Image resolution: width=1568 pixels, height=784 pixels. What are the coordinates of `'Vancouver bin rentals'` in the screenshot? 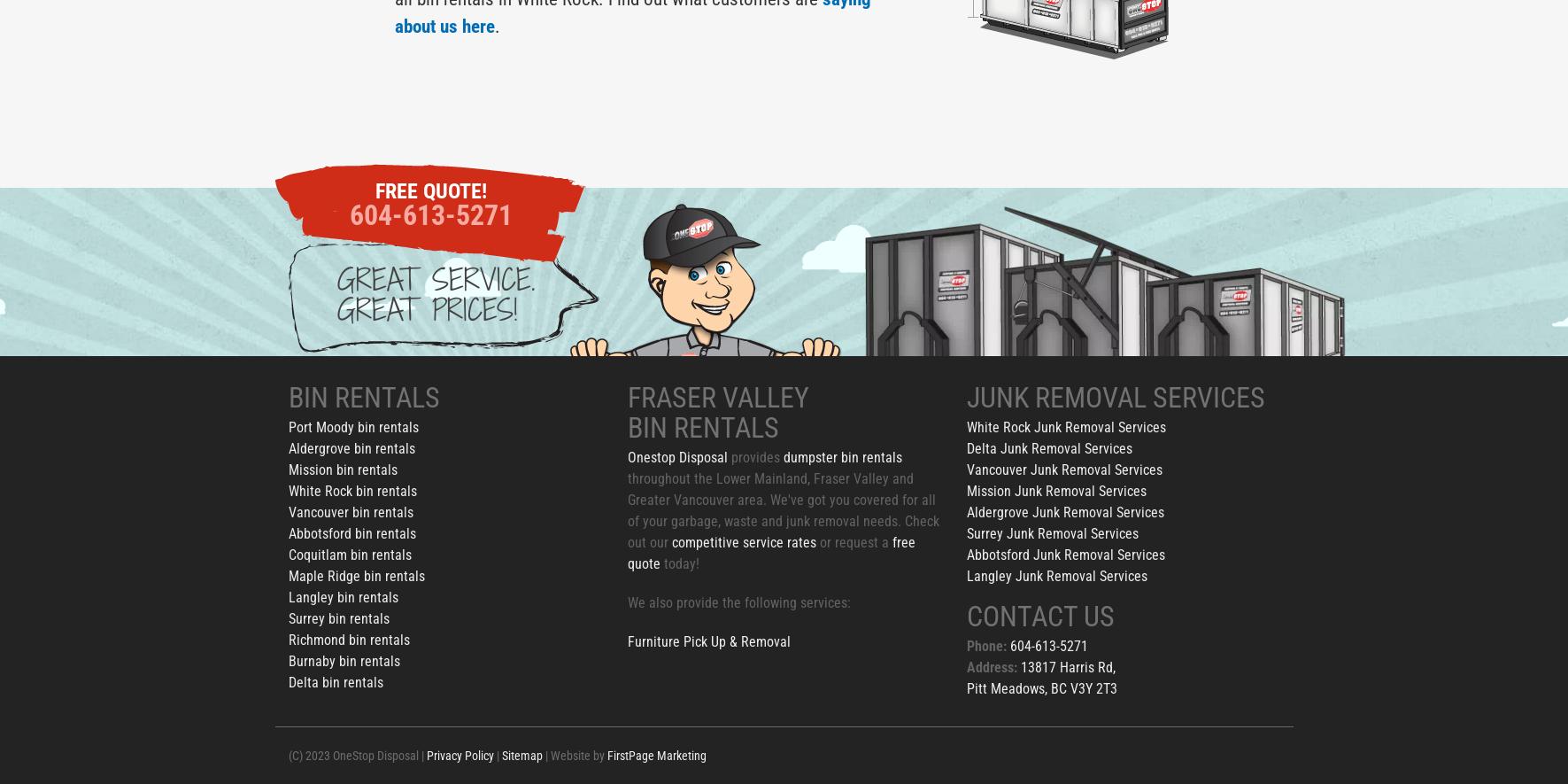 It's located at (350, 512).